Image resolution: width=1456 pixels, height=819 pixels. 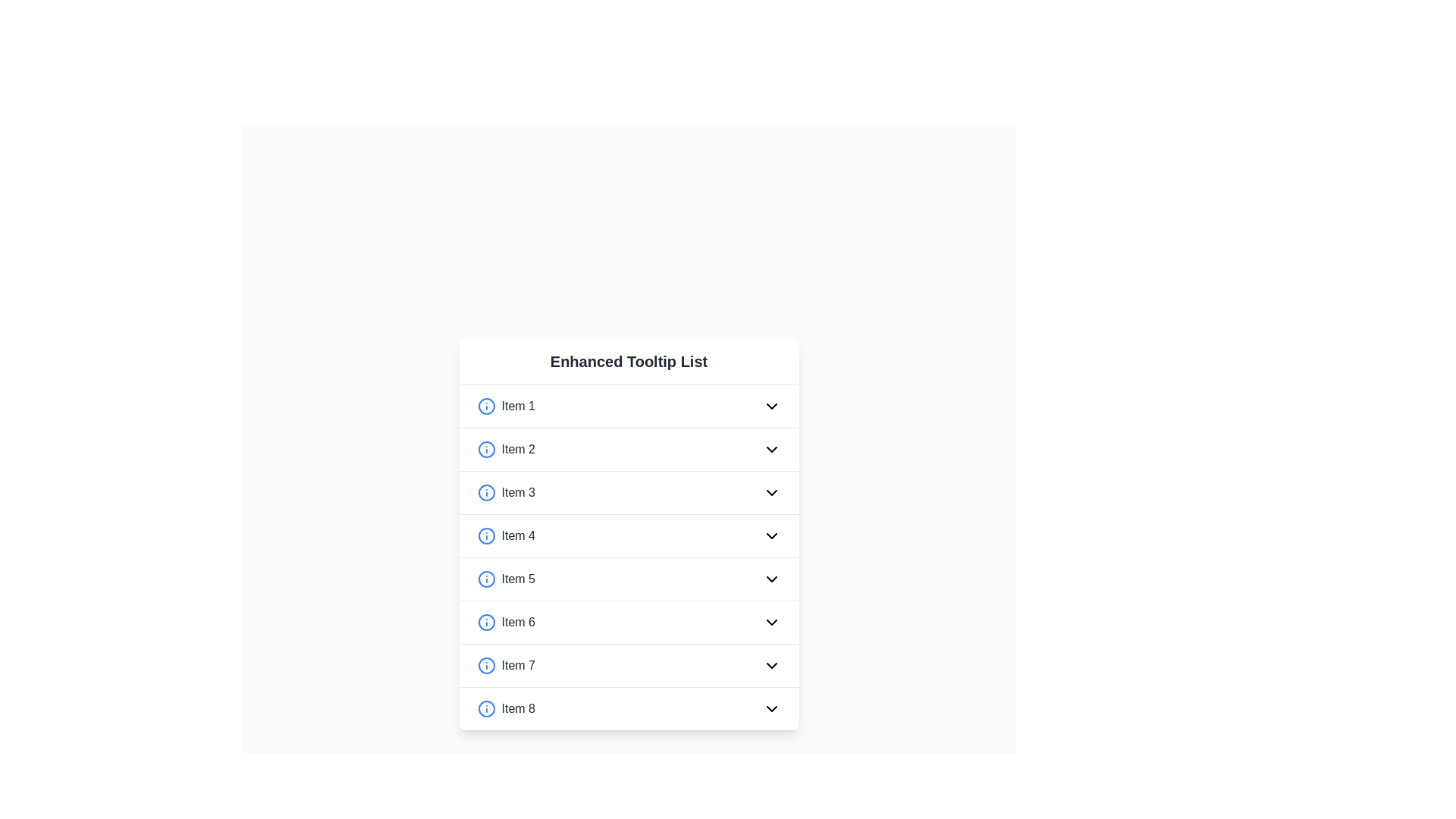 What do you see at coordinates (506, 579) in the screenshot?
I see `the first list item with icon and text representing 'Item 5'` at bounding box center [506, 579].